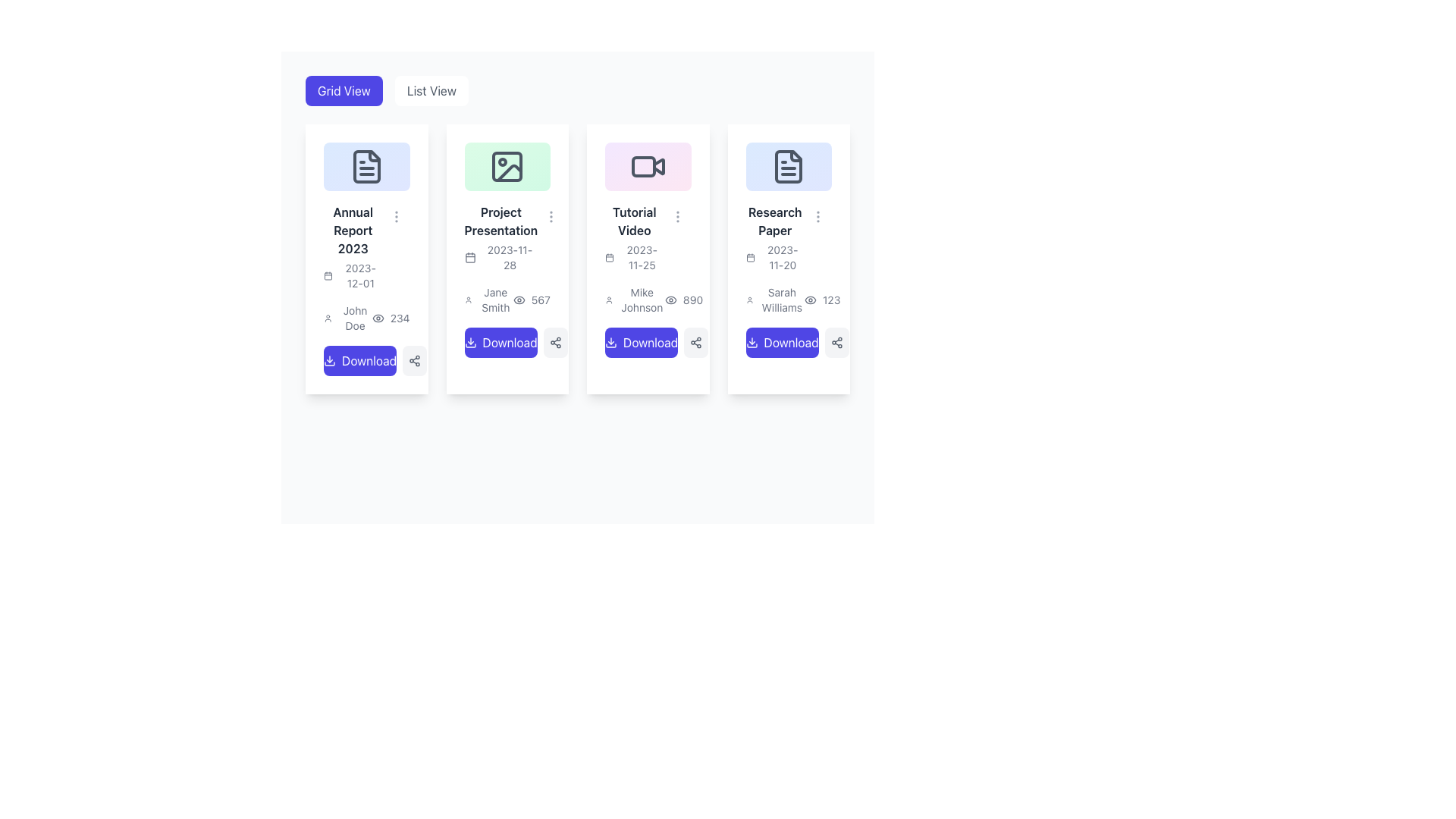  What do you see at coordinates (830, 300) in the screenshot?
I see `displayed metric value from the text label located to the right of the eye-shaped icon at the bottom of the last card in a row of four cards` at bounding box center [830, 300].